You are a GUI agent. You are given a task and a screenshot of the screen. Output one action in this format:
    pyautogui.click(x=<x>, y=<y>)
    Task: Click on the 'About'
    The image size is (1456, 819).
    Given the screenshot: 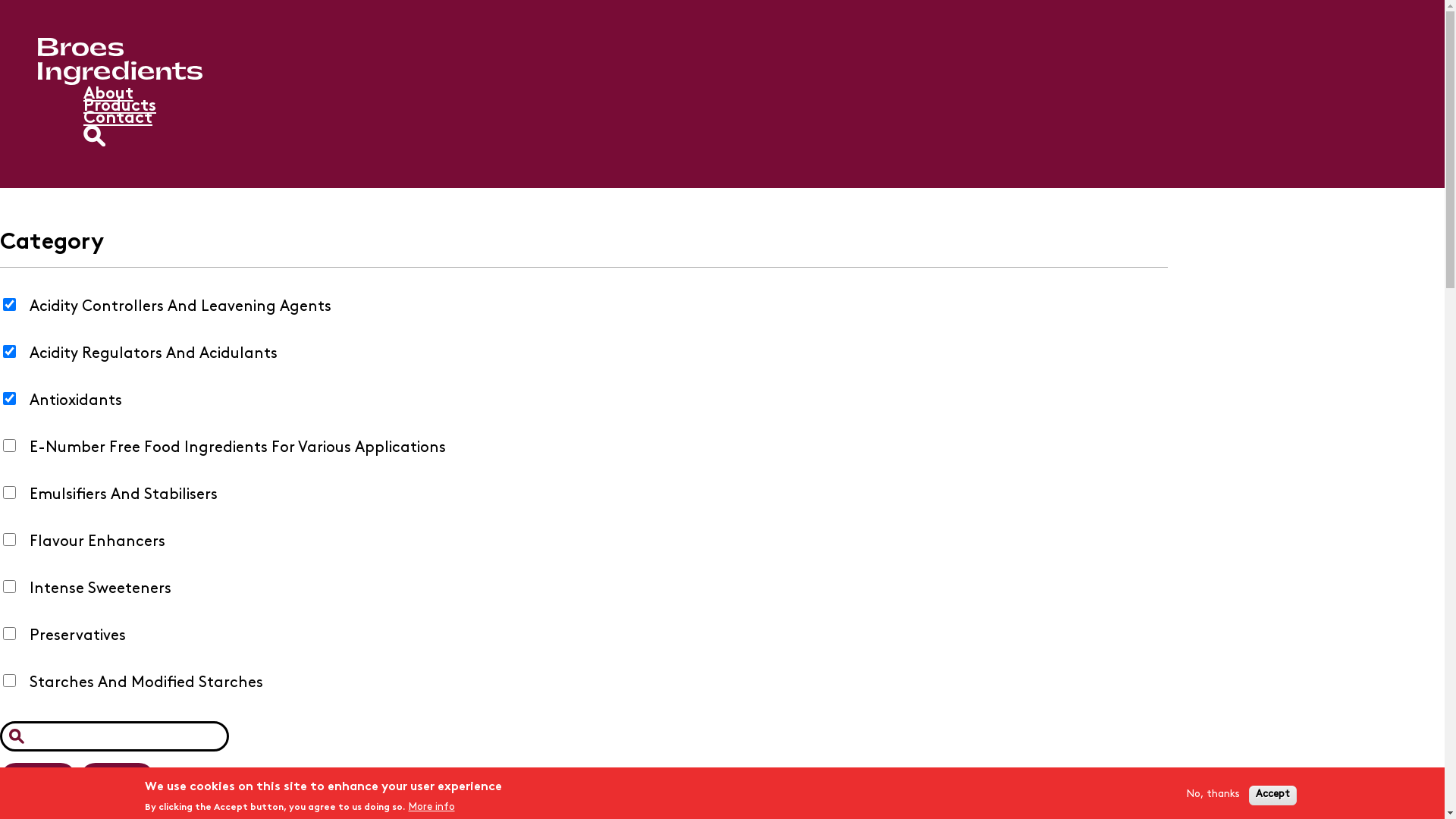 What is the action you would take?
    pyautogui.click(x=108, y=94)
    